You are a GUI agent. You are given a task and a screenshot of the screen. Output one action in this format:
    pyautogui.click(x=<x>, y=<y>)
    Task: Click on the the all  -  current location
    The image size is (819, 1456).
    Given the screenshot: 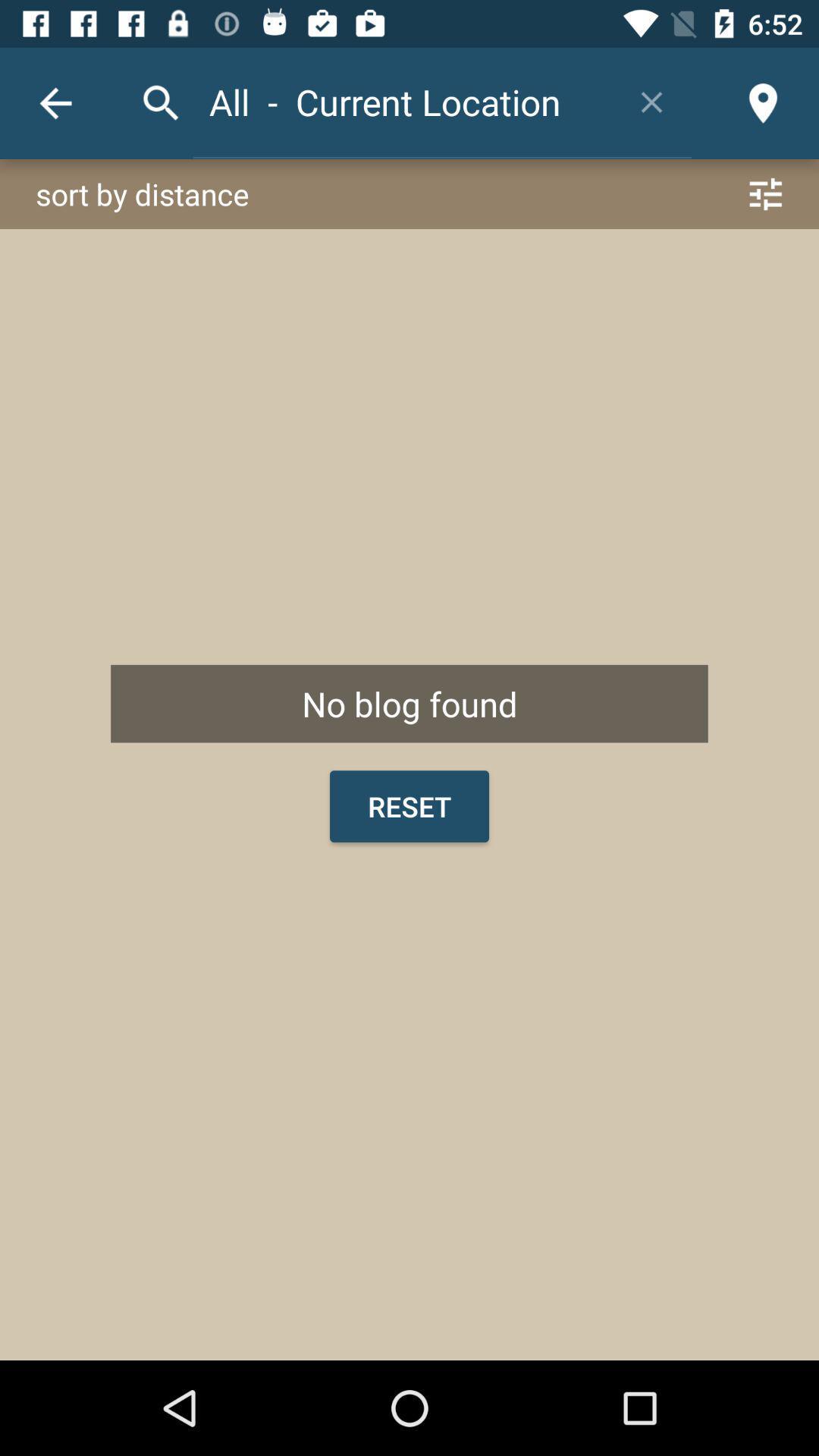 What is the action you would take?
    pyautogui.click(x=402, y=101)
    